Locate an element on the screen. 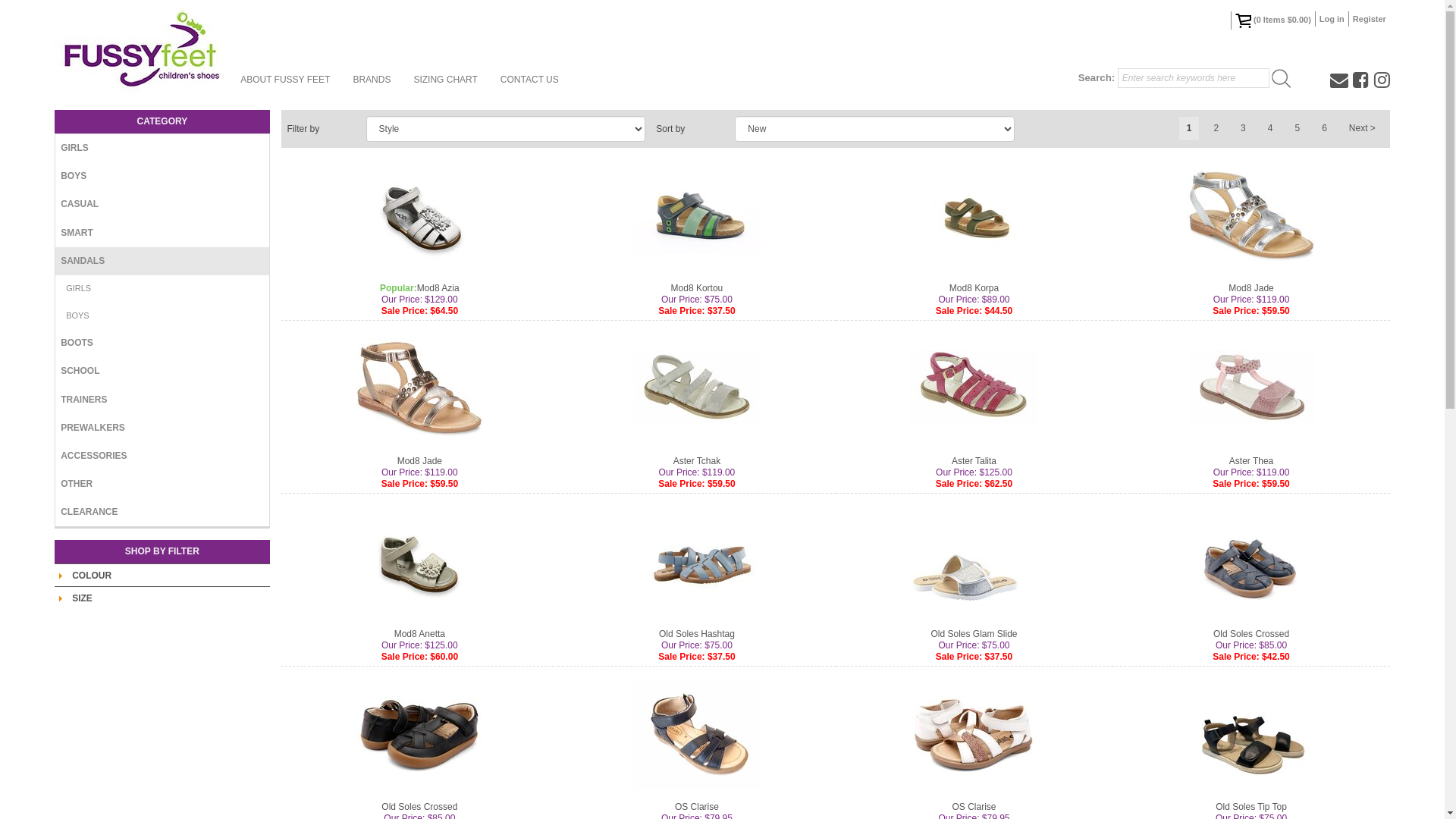 The width and height of the screenshot is (1456, 819). 'OS Clarise' is located at coordinates (695, 806).